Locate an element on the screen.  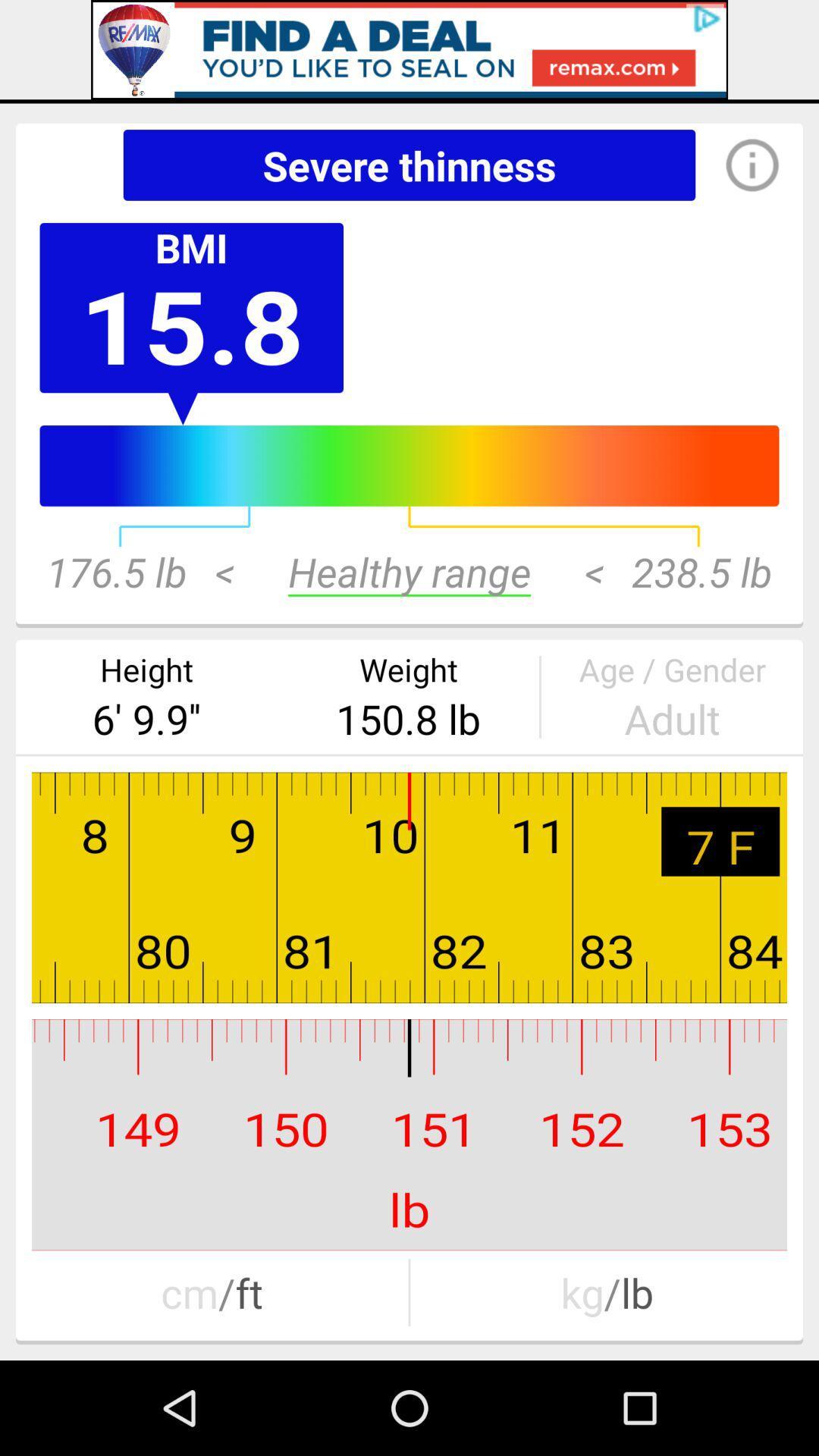
the add is located at coordinates (409, 49).